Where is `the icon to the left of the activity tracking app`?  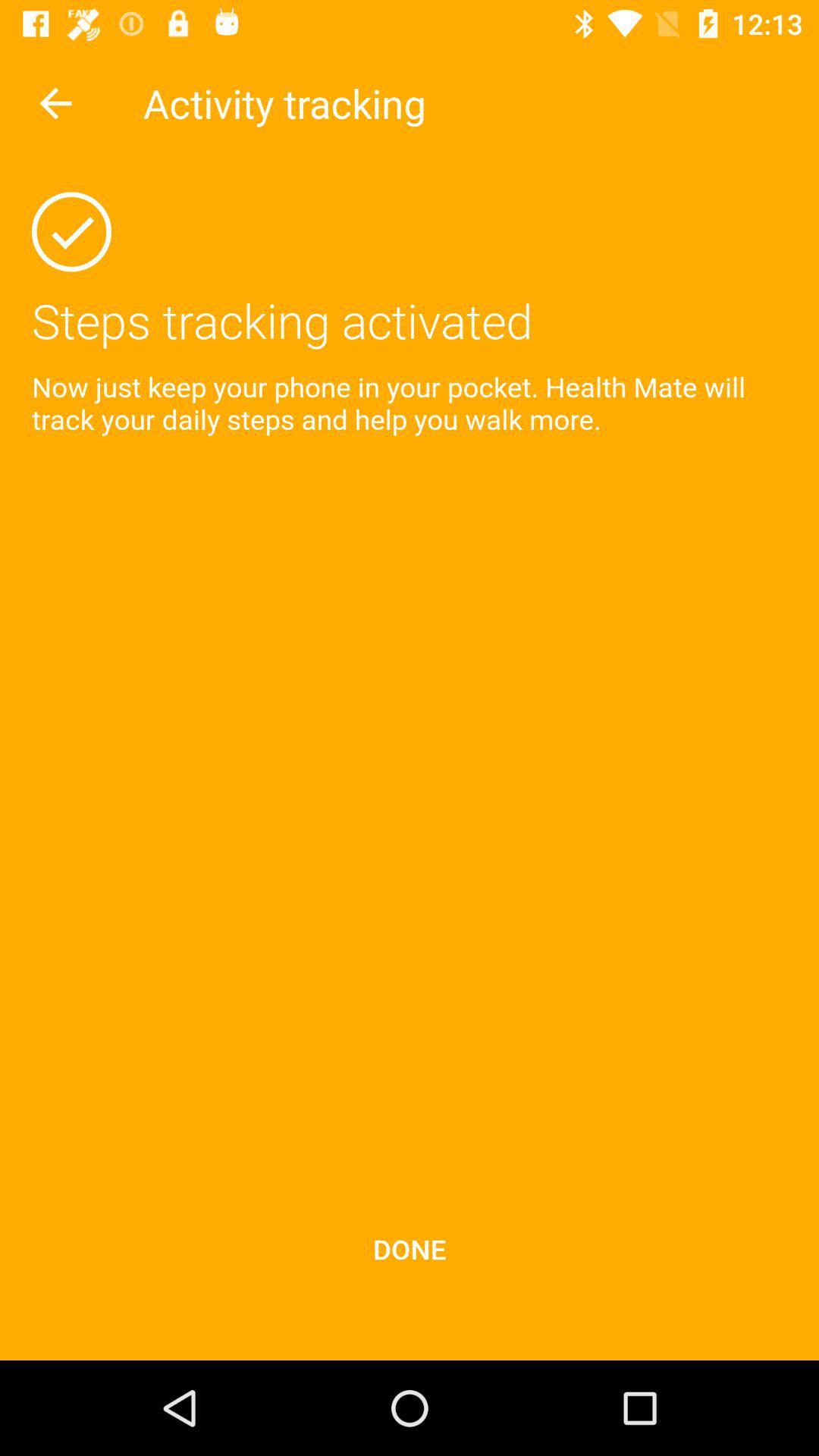 the icon to the left of the activity tracking app is located at coordinates (55, 102).